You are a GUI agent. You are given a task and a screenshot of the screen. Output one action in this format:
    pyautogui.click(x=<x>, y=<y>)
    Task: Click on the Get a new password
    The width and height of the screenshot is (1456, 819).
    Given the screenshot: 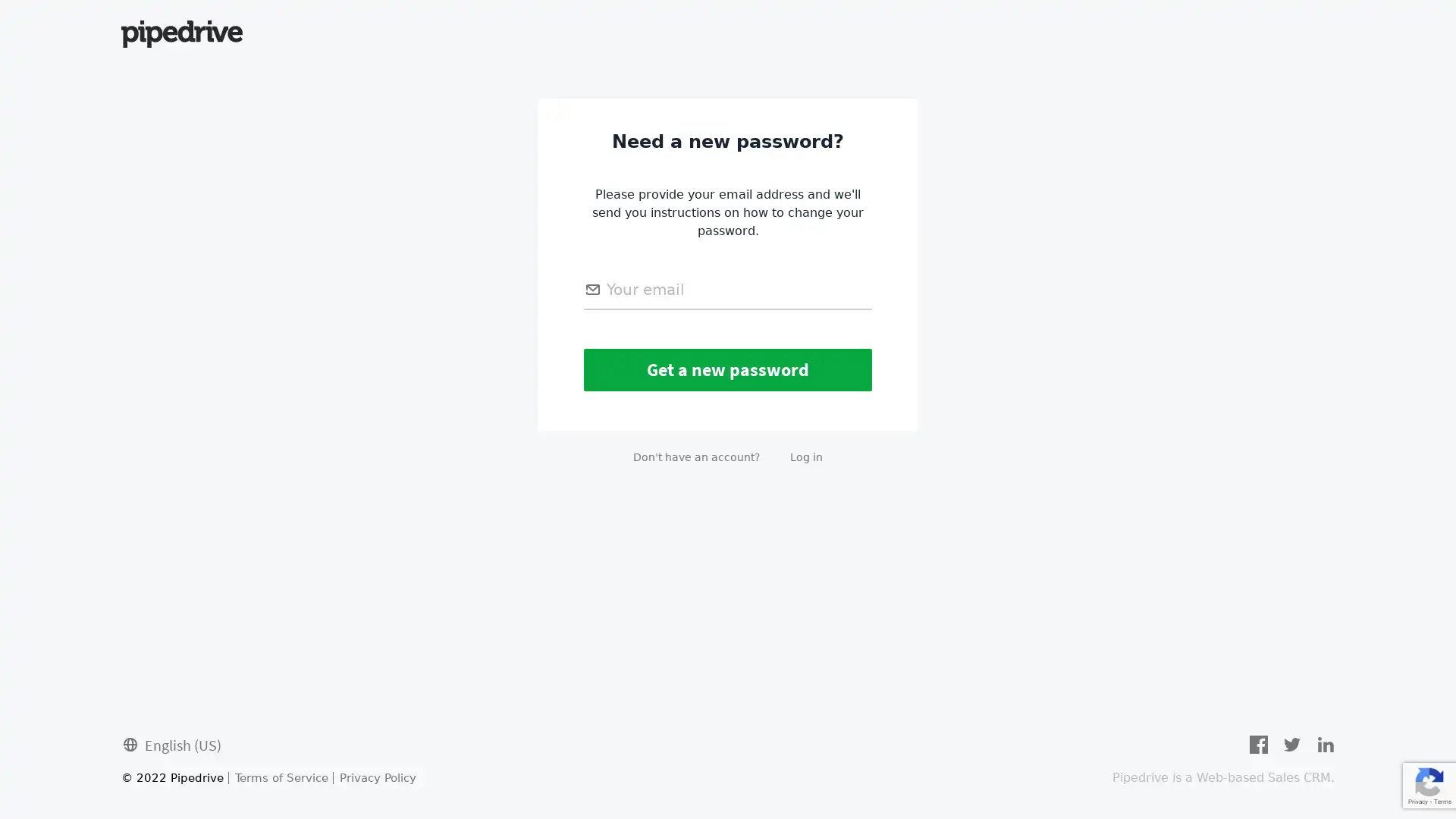 What is the action you would take?
    pyautogui.click(x=728, y=369)
    